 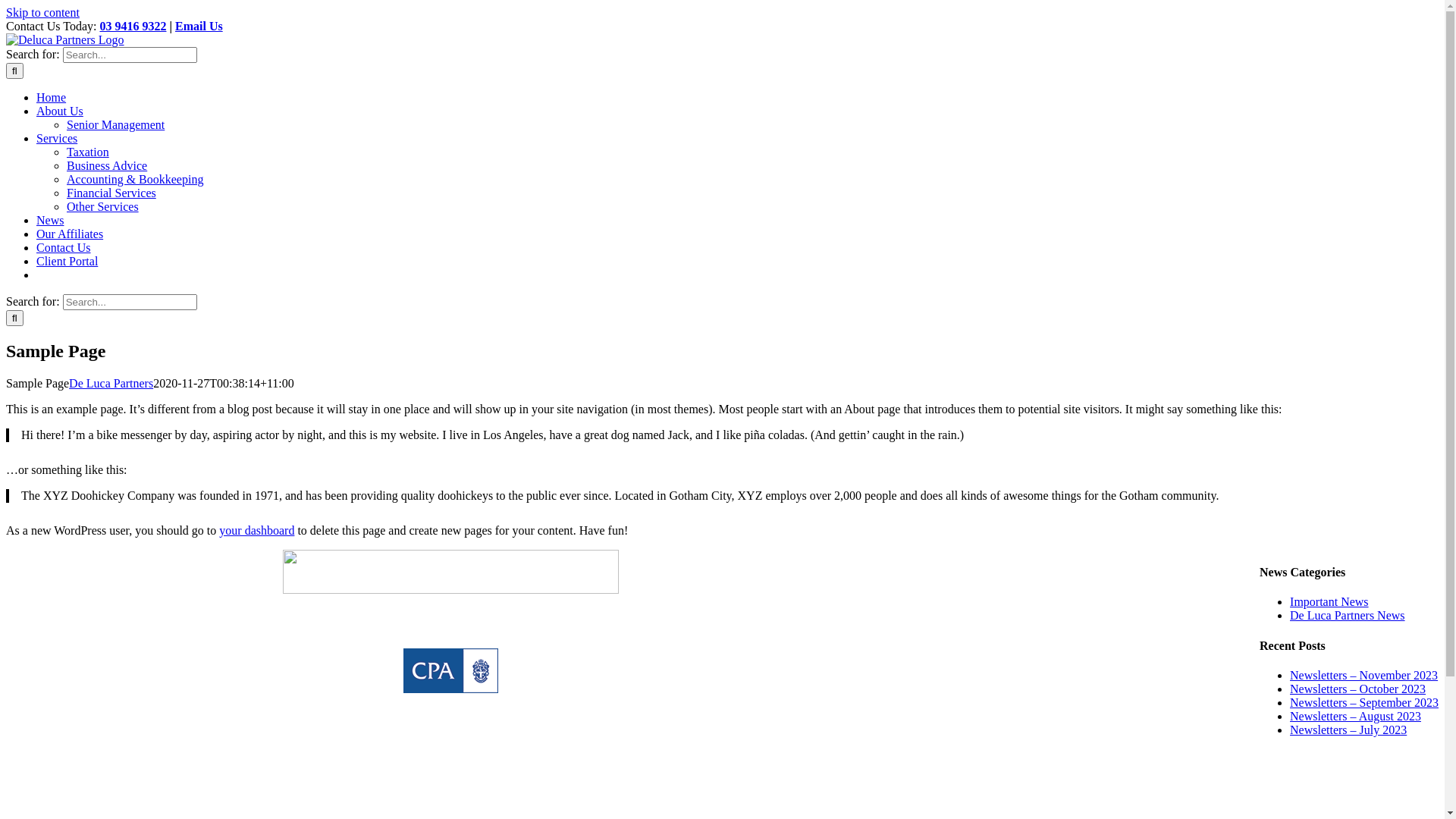 I want to click on 'Skip to content', so click(x=42, y=12).